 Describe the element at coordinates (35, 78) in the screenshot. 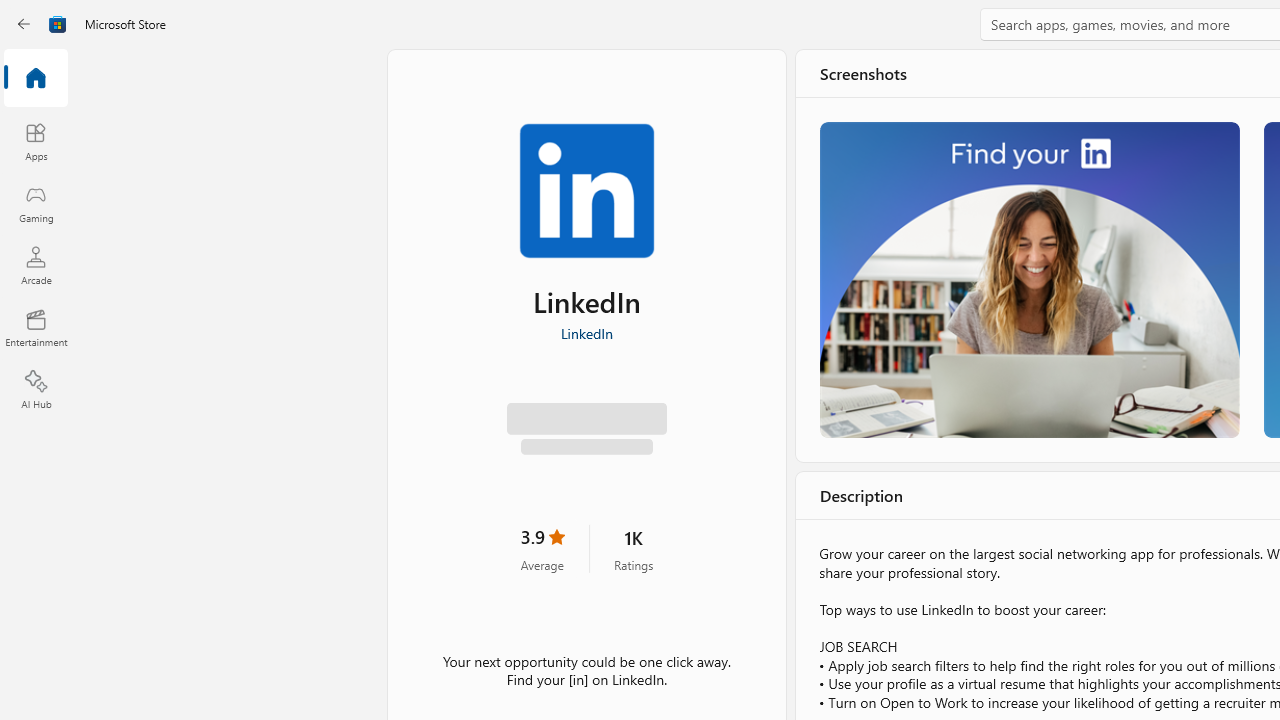

I see `'Home'` at that location.